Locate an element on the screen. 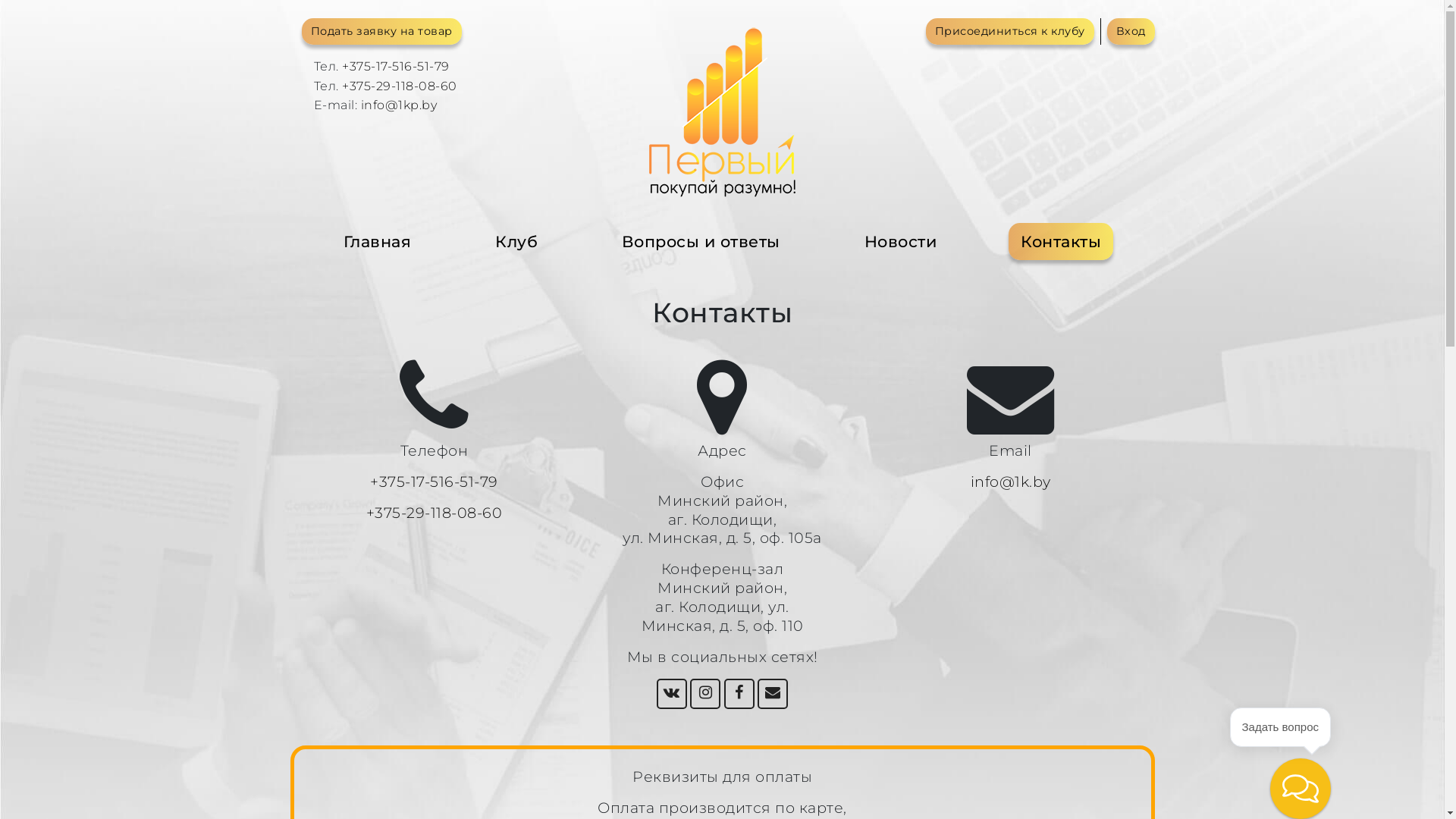 The width and height of the screenshot is (1456, 819). 'info@1kp.by' is located at coordinates (399, 104).